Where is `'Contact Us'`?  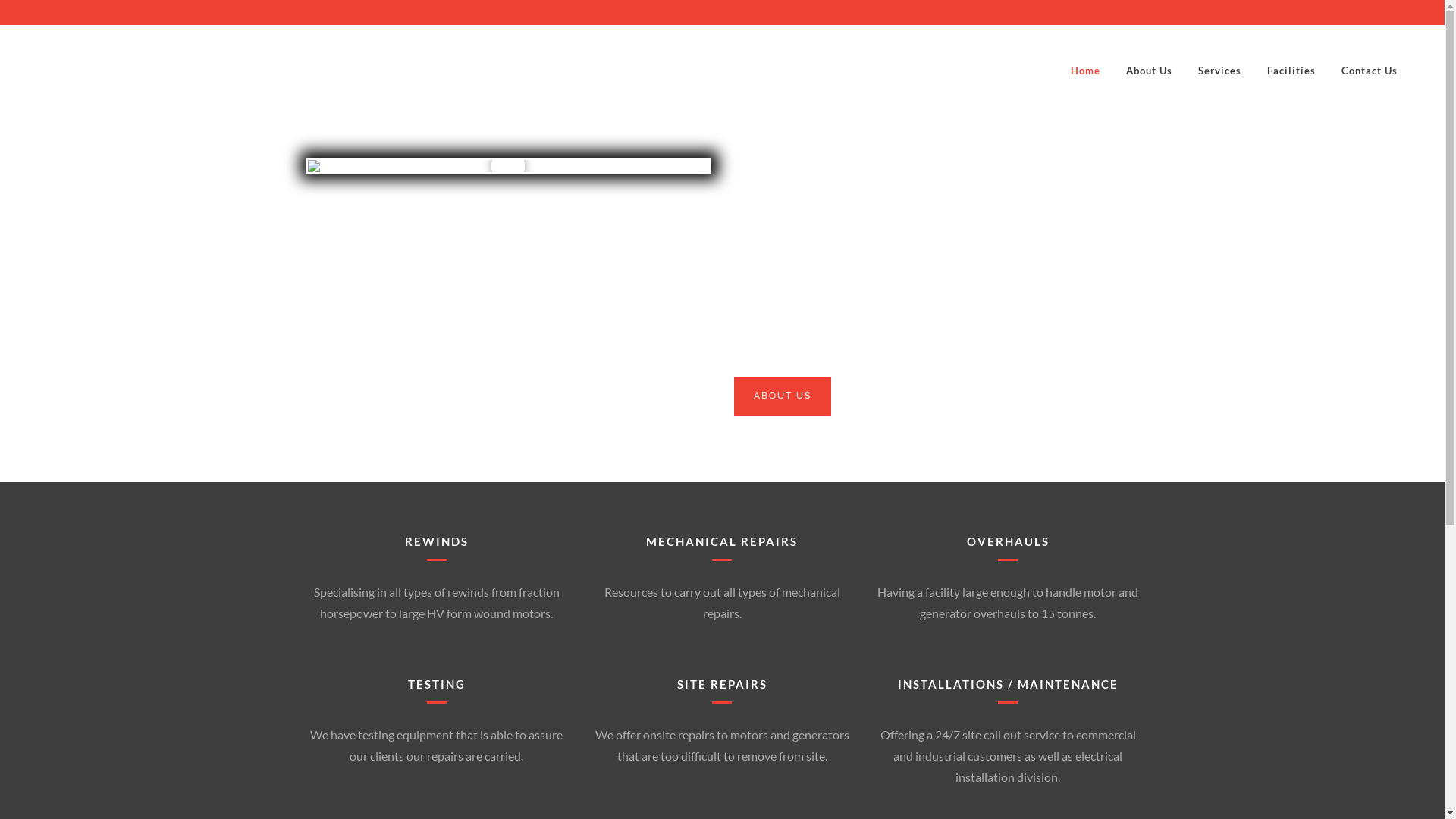 'Contact Us' is located at coordinates (1369, 70).